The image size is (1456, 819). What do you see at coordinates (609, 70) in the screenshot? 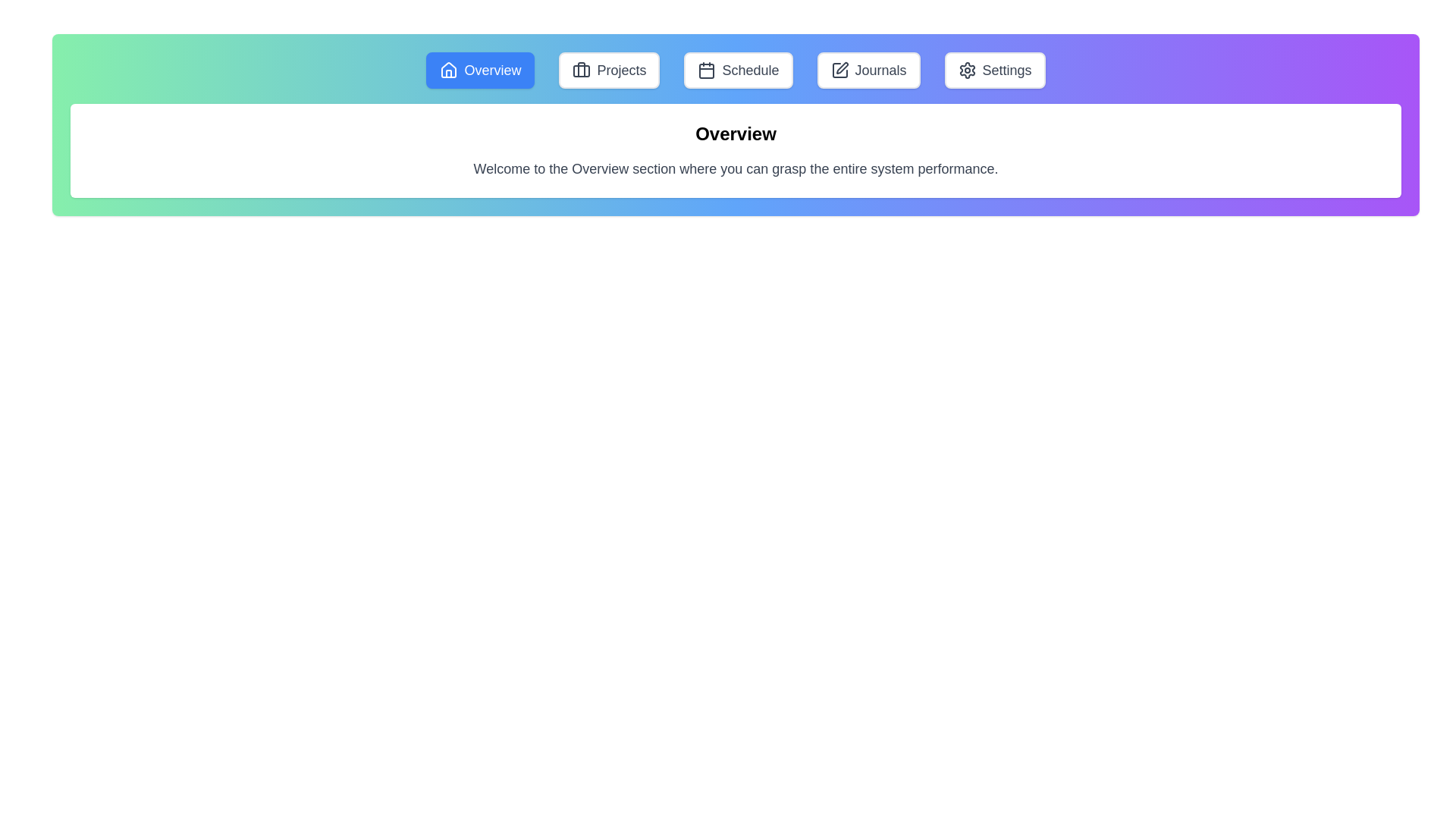
I see `the 'Projects' navigation tab button, which has a white background and gray text, to possibly see a tooltip or visual feedback` at bounding box center [609, 70].